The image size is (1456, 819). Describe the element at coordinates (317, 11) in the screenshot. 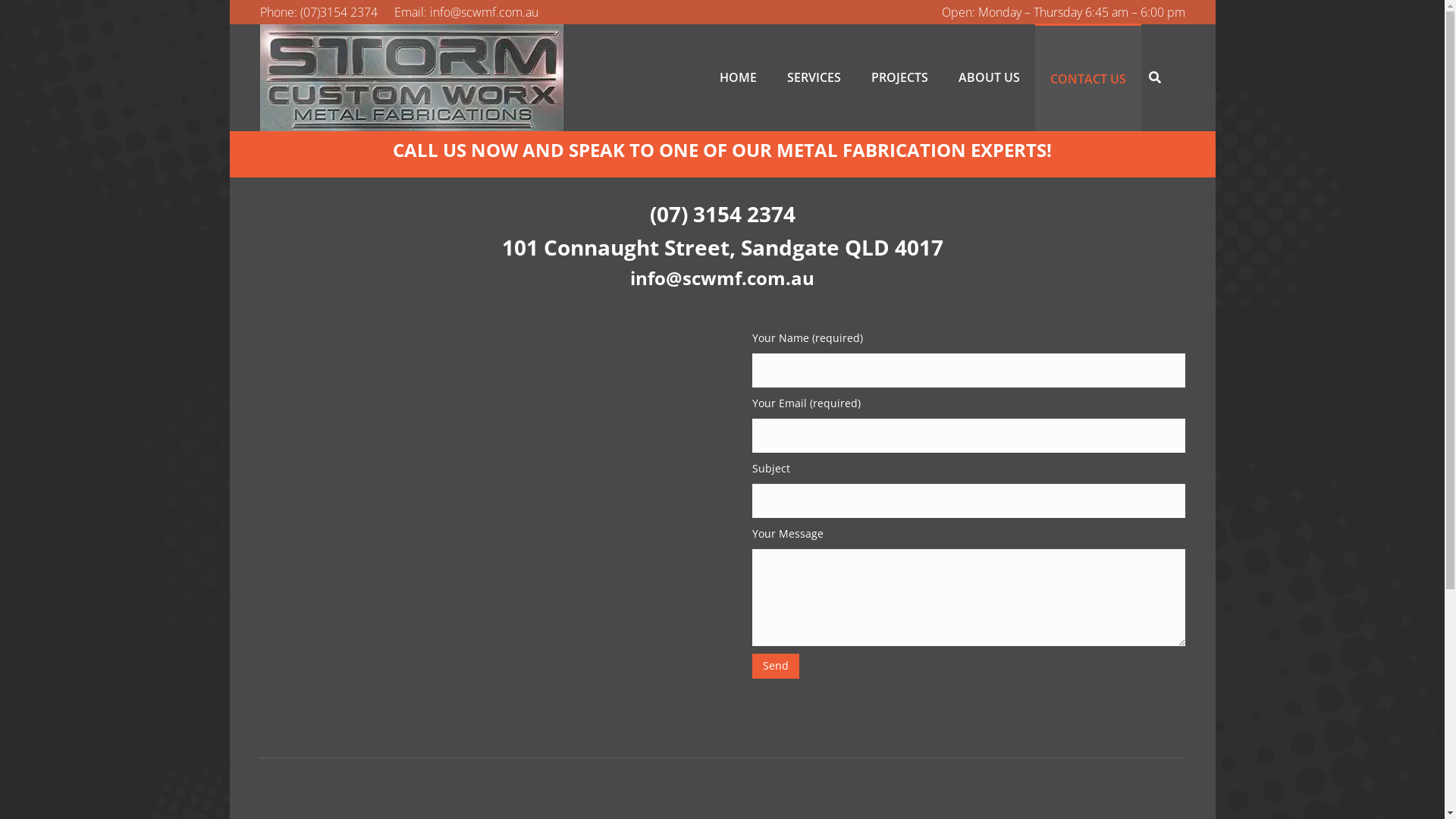

I see `'Phone: (07)3154 2374'` at that location.